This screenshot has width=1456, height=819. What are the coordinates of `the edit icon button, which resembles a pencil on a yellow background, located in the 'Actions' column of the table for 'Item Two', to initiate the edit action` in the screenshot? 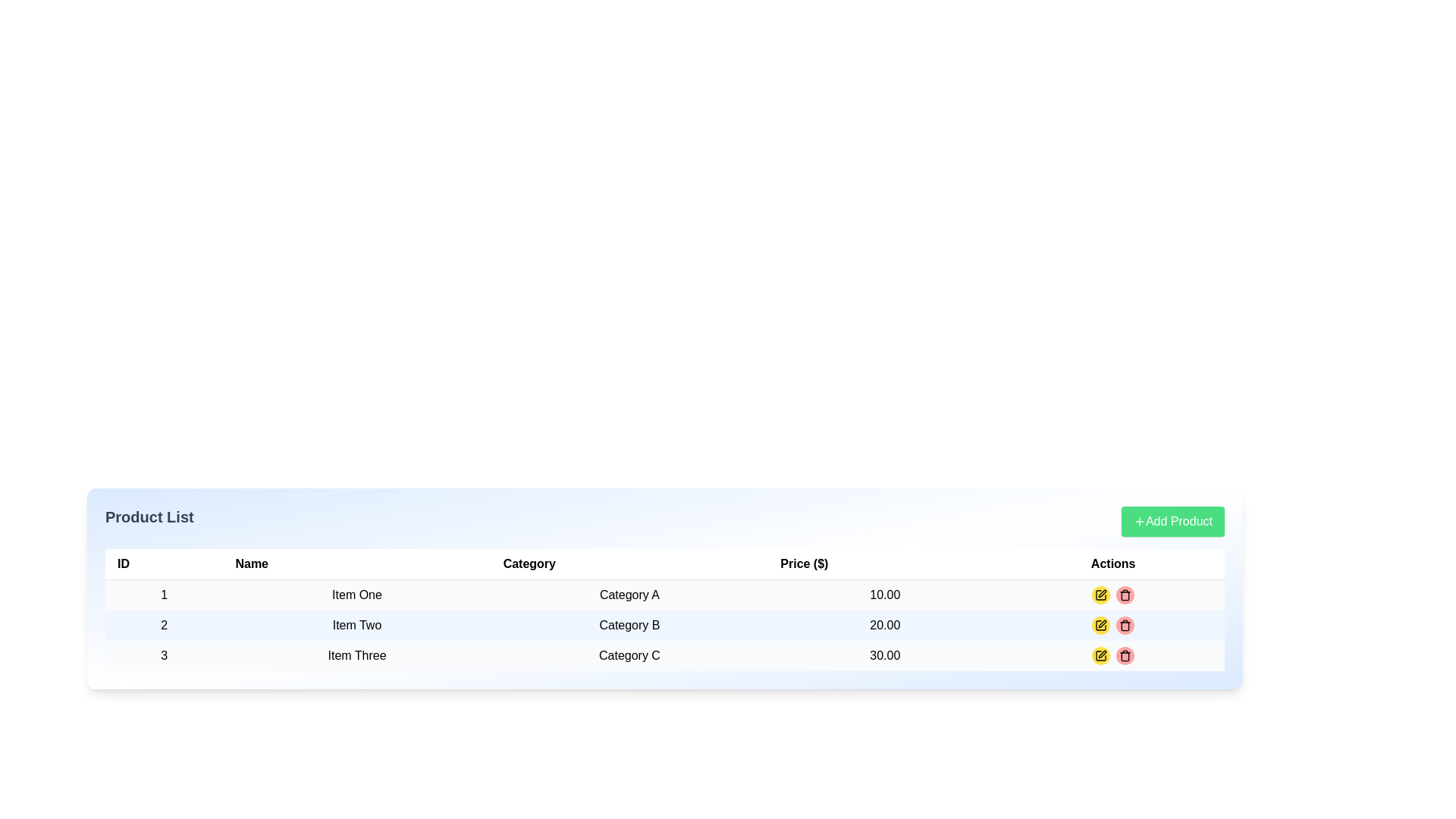 It's located at (1101, 626).